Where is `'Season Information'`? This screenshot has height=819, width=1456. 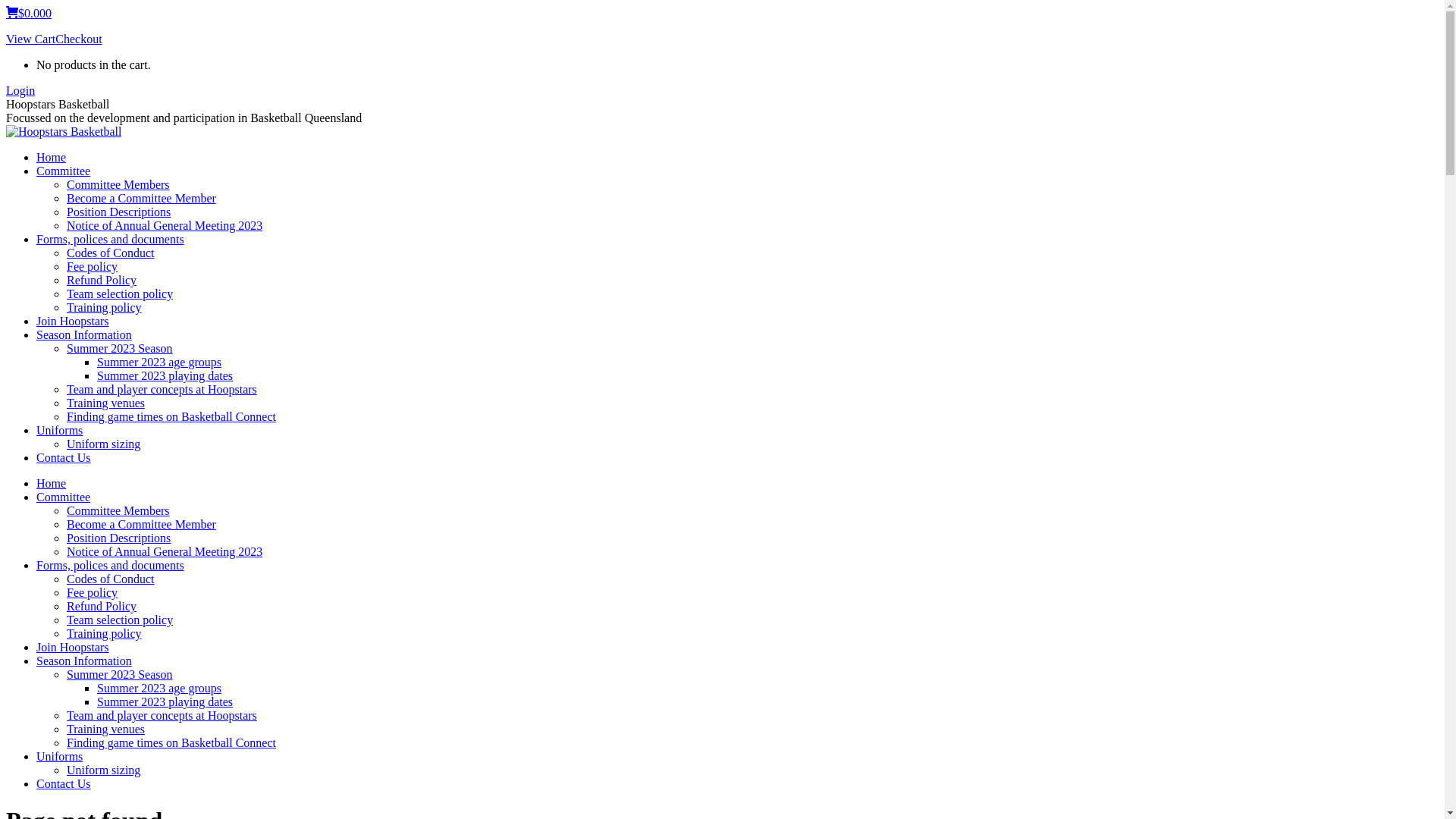 'Season Information' is located at coordinates (83, 660).